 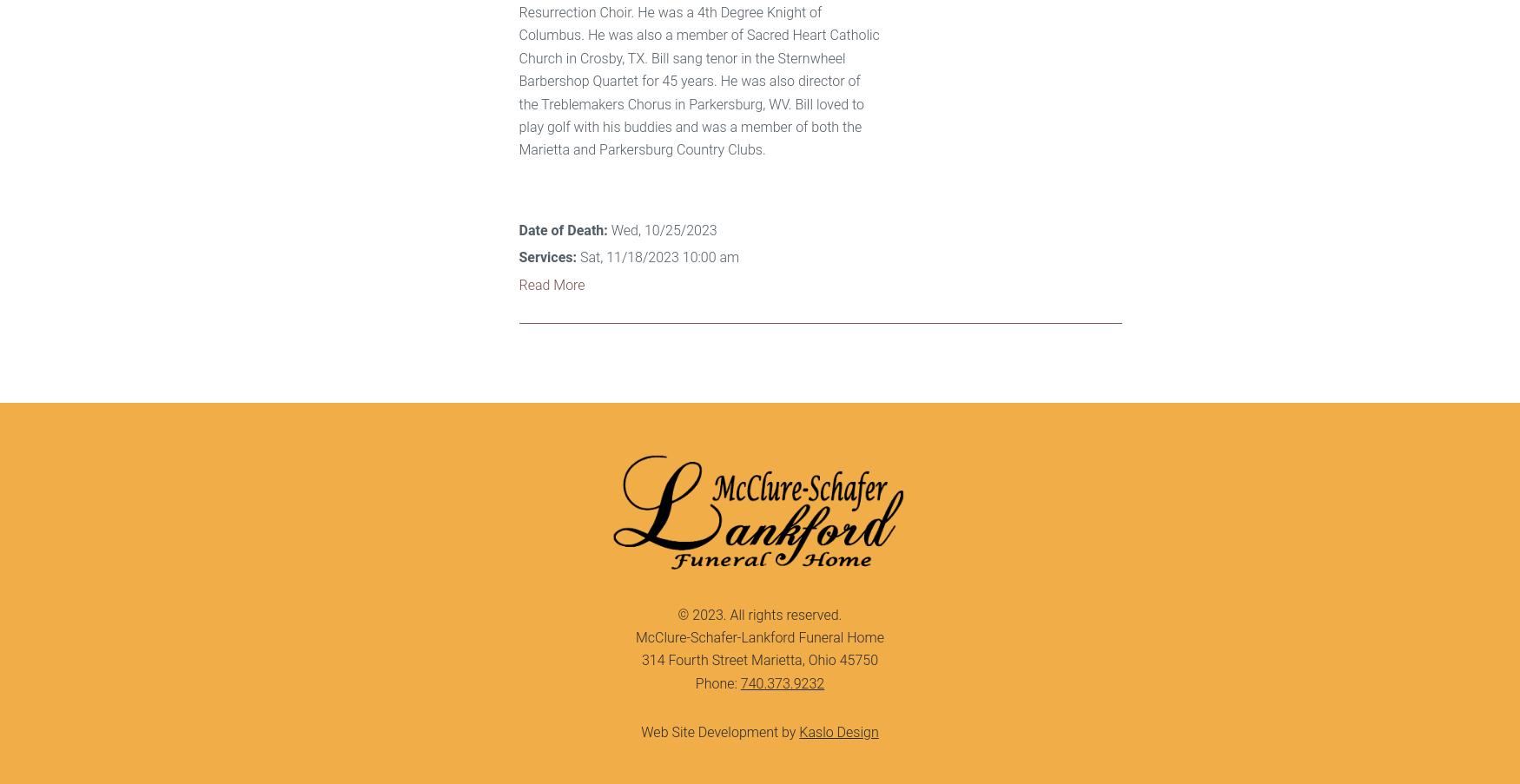 What do you see at coordinates (759, 637) in the screenshot?
I see `'McClure-Schafer-Lankford Funeral Home'` at bounding box center [759, 637].